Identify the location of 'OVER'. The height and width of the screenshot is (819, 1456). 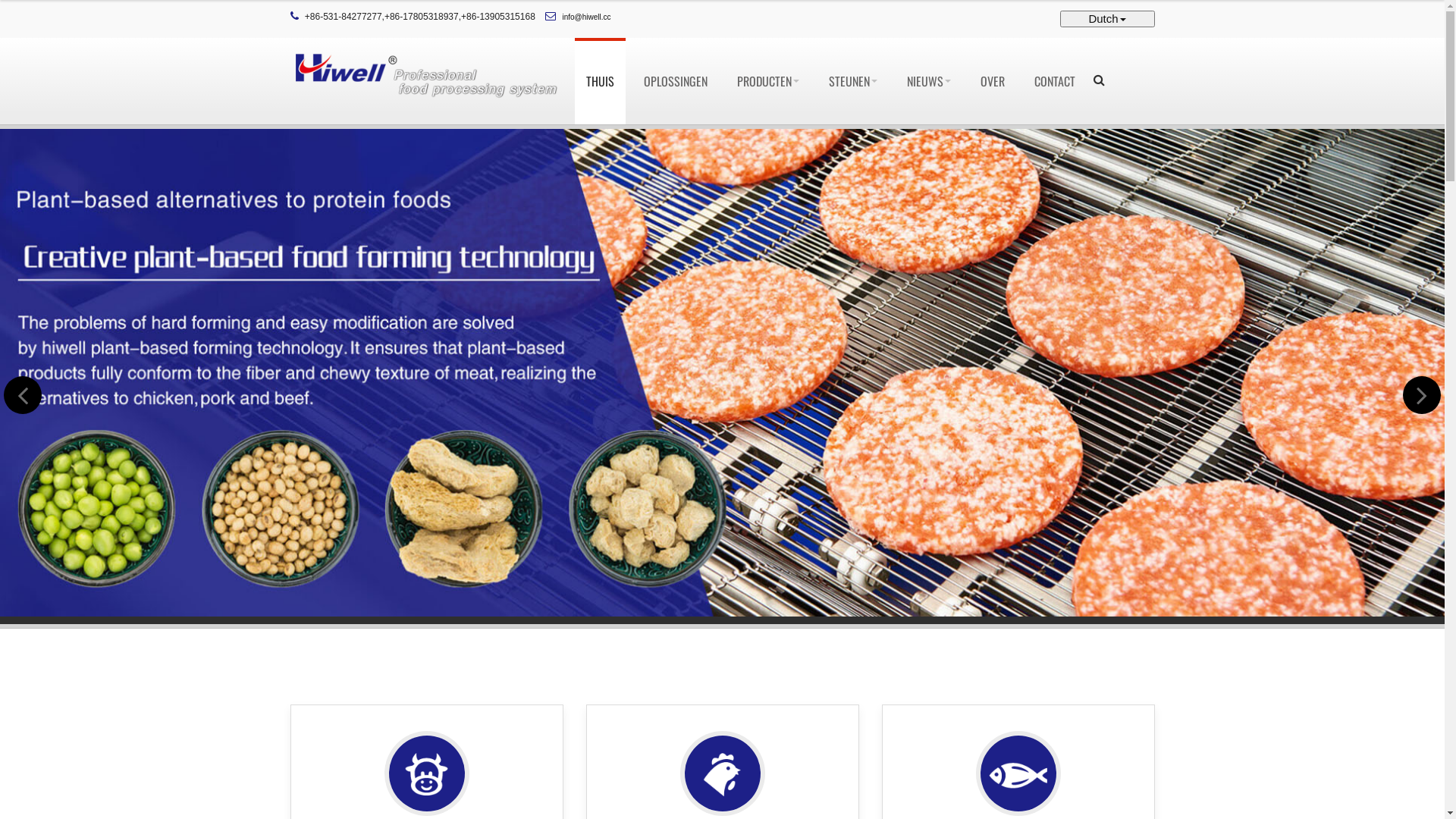
(968, 81).